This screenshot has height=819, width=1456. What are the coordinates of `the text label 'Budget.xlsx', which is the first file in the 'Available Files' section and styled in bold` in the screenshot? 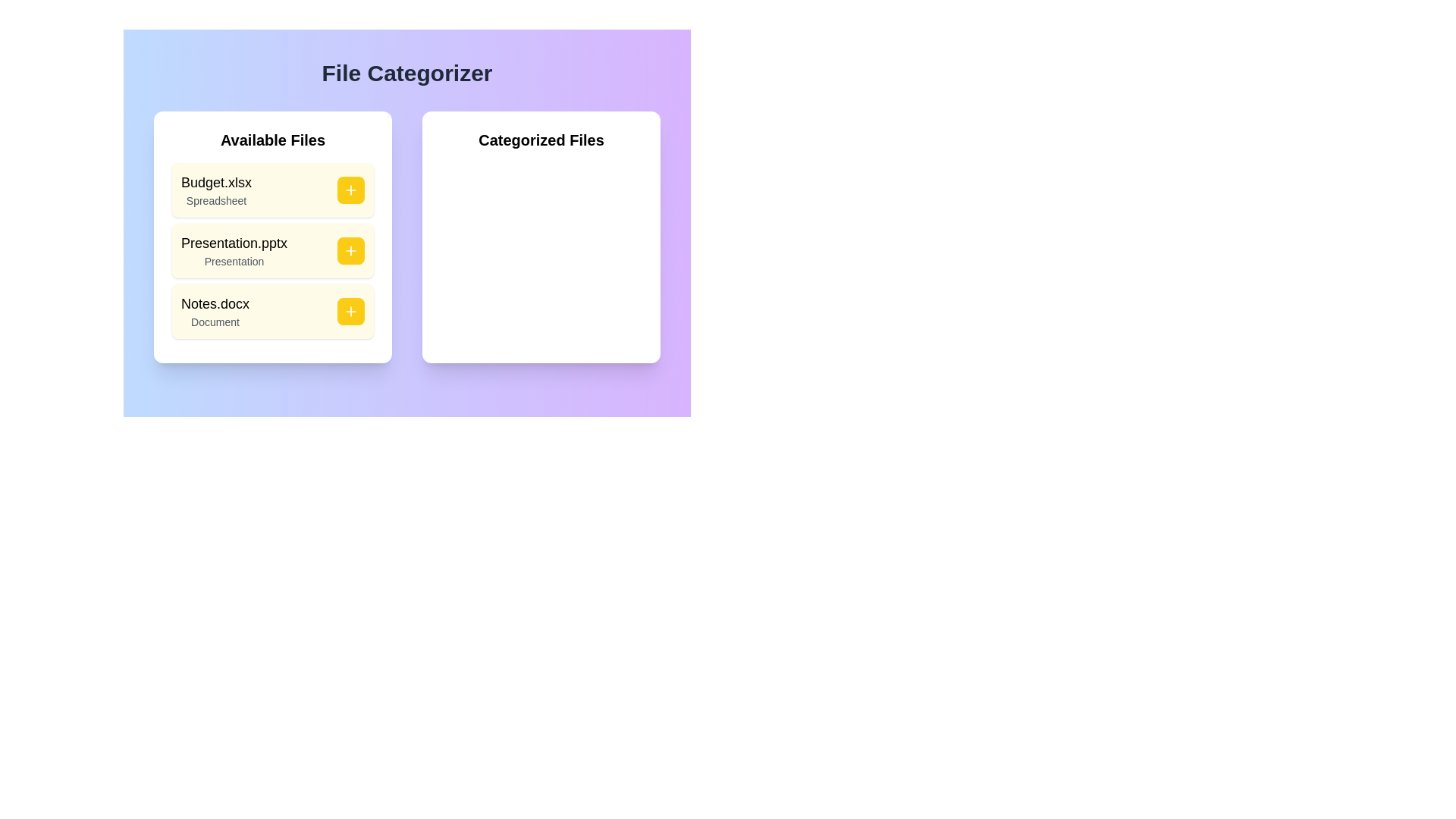 It's located at (215, 181).